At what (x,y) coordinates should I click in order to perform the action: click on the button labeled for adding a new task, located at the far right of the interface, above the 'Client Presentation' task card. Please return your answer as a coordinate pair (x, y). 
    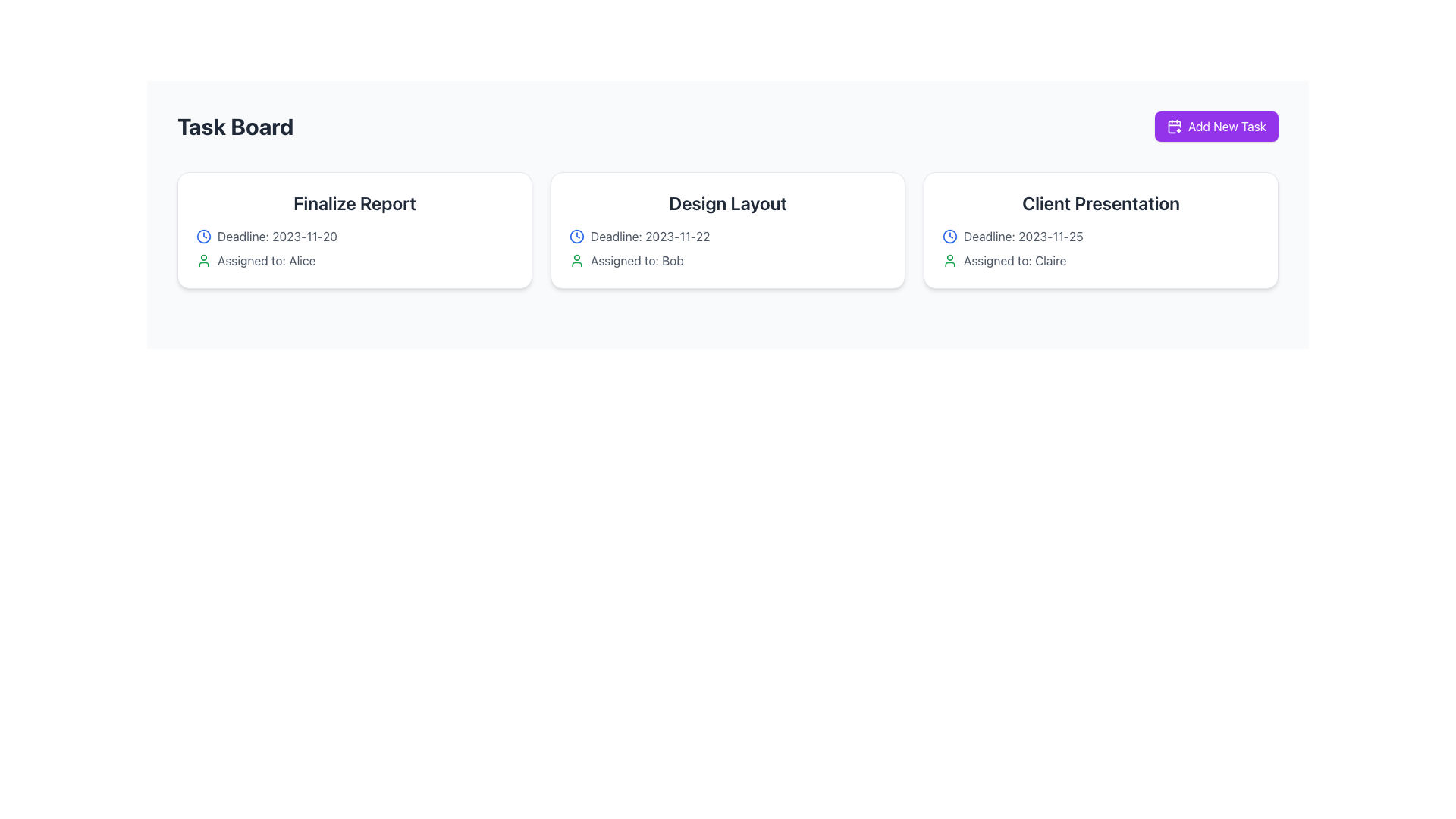
    Looking at the image, I should click on (1227, 125).